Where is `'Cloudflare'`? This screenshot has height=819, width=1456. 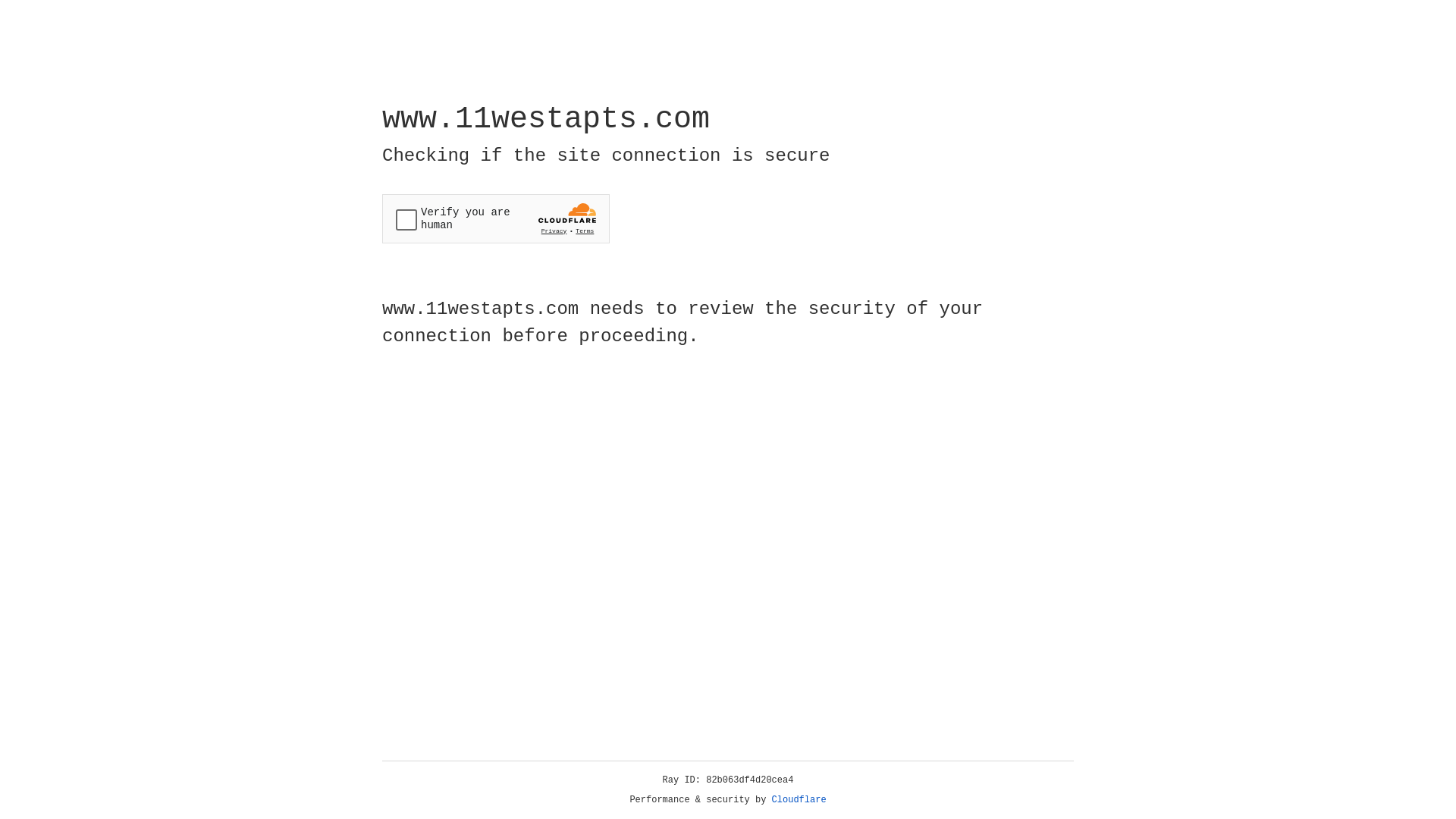 'Cloudflare' is located at coordinates (799, 799).